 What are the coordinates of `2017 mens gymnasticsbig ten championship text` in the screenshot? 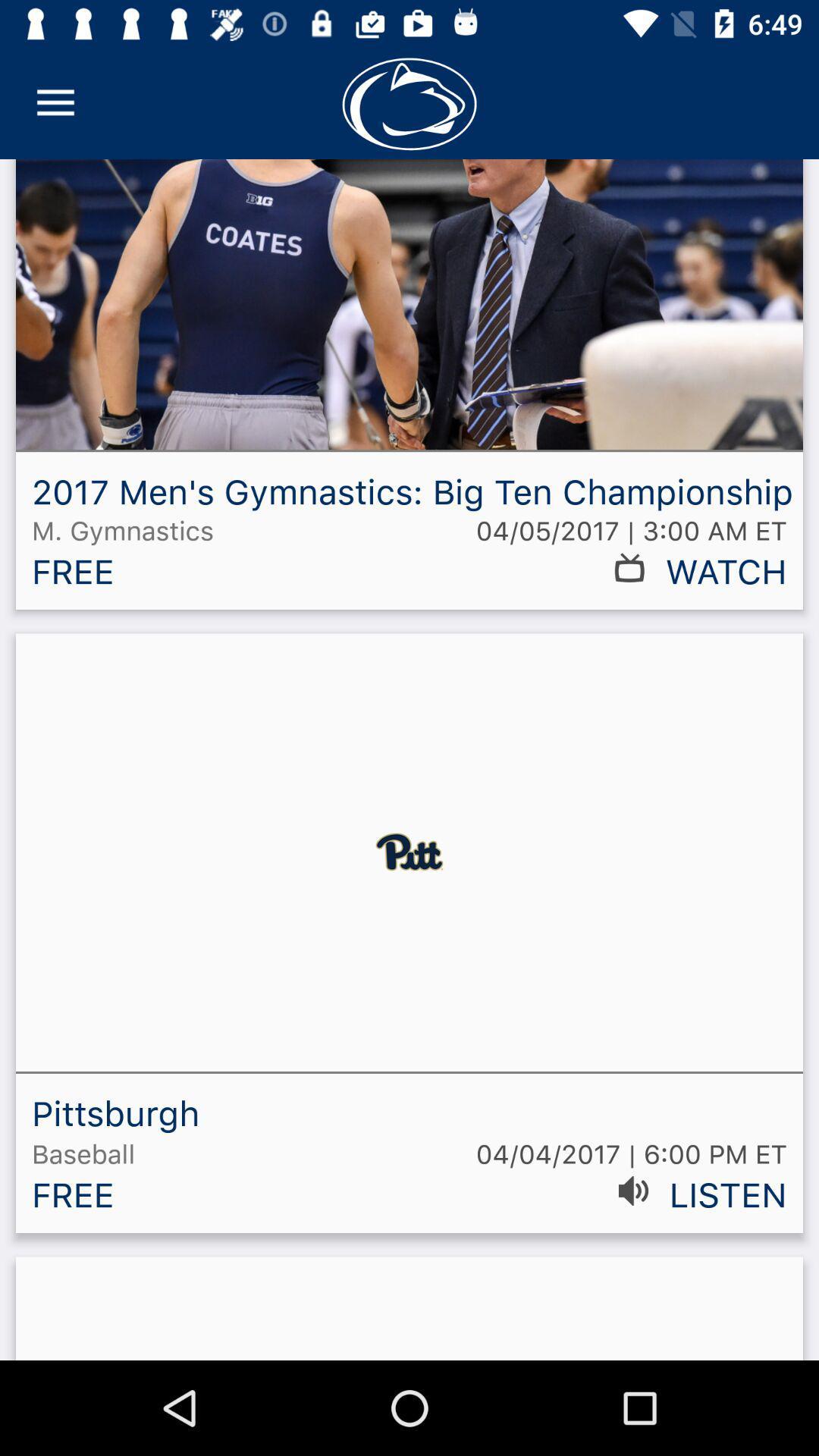 It's located at (409, 390).